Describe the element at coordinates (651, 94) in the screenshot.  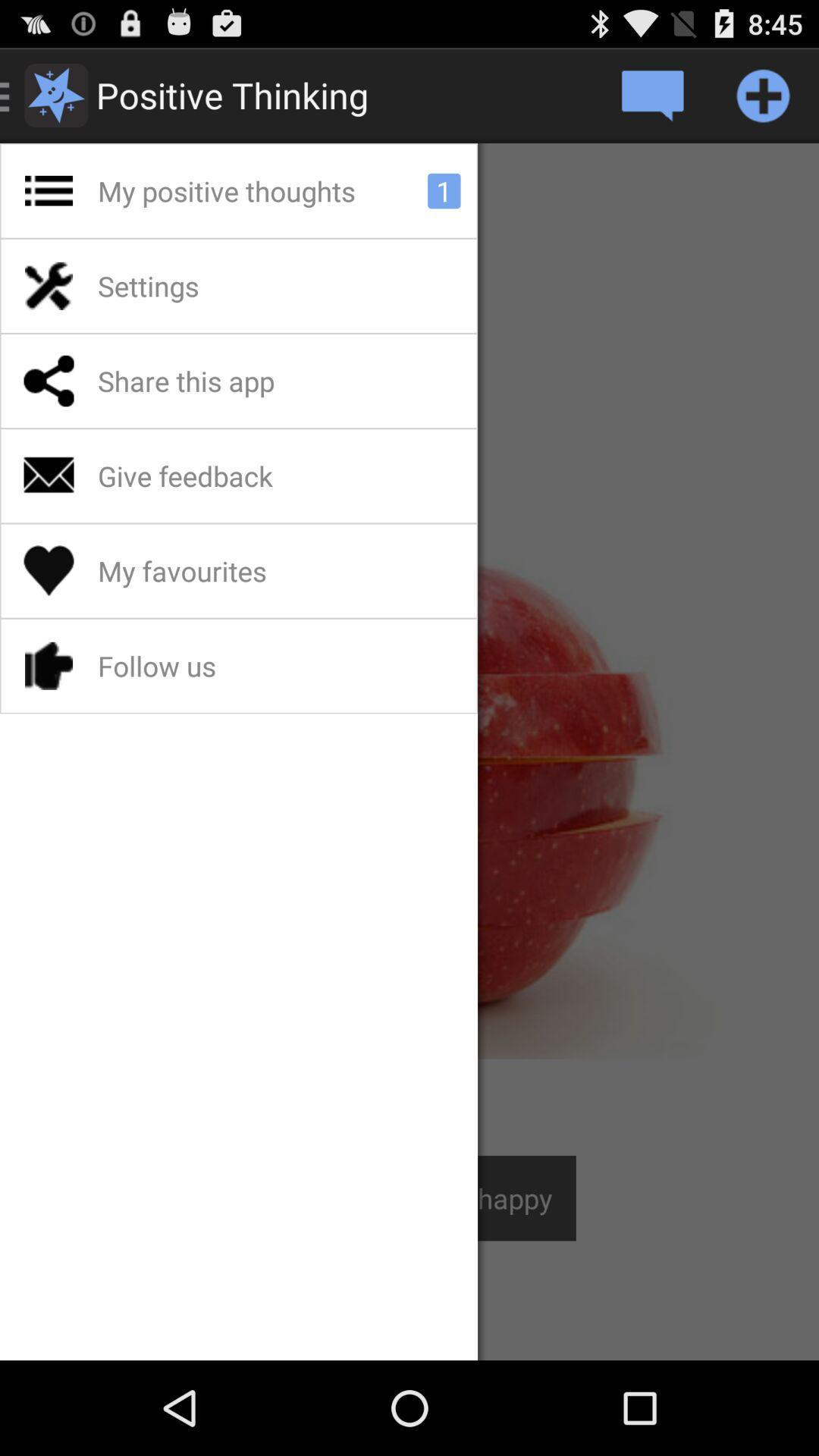
I see `goto the comments section` at that location.